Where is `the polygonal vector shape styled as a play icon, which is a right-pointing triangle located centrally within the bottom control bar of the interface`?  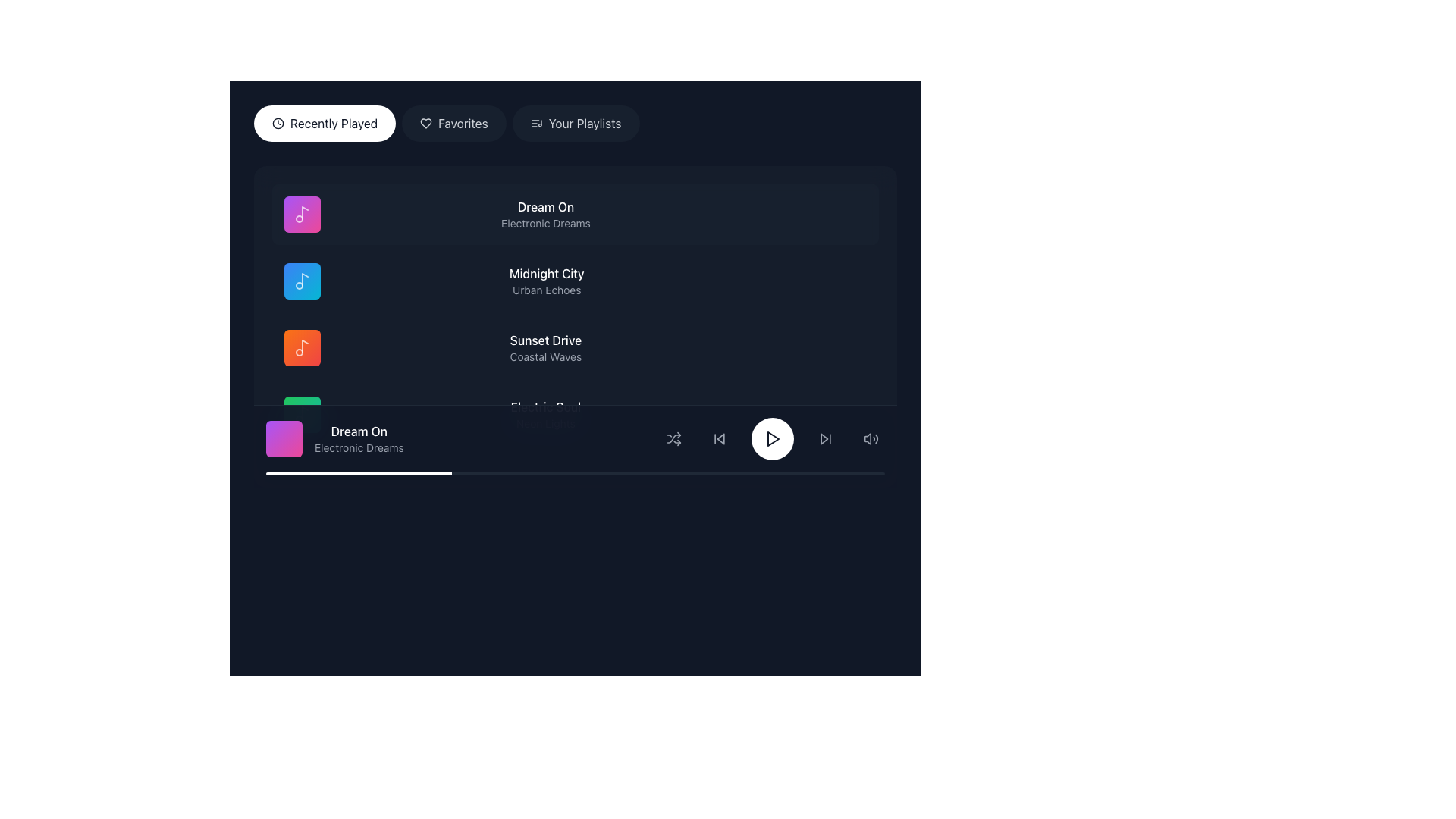
the polygonal vector shape styled as a play icon, which is a right-pointing triangle located centrally within the bottom control bar of the interface is located at coordinates (773, 438).